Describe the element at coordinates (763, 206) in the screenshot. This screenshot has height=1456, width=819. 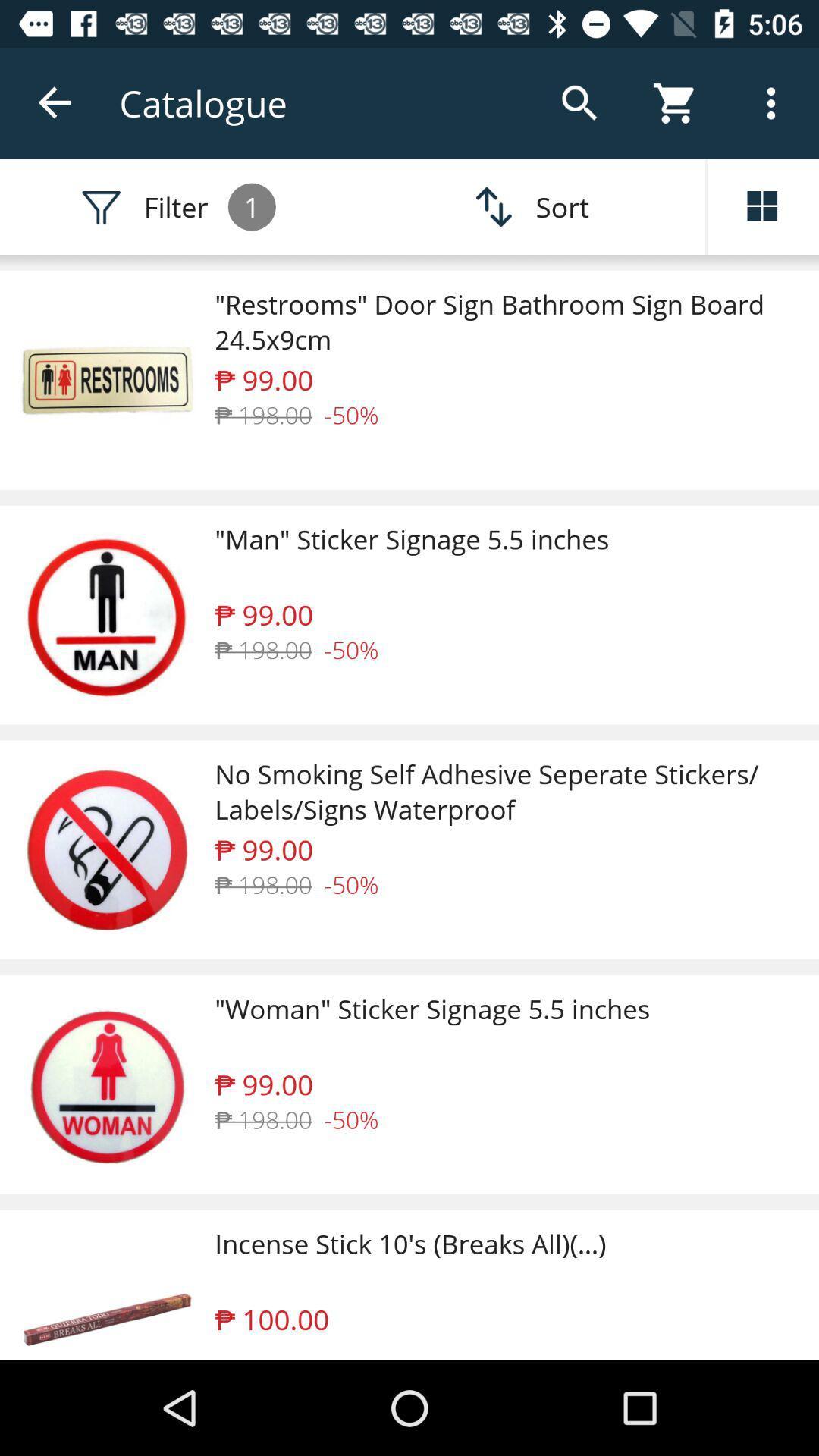
I see `the dashboard icon` at that location.